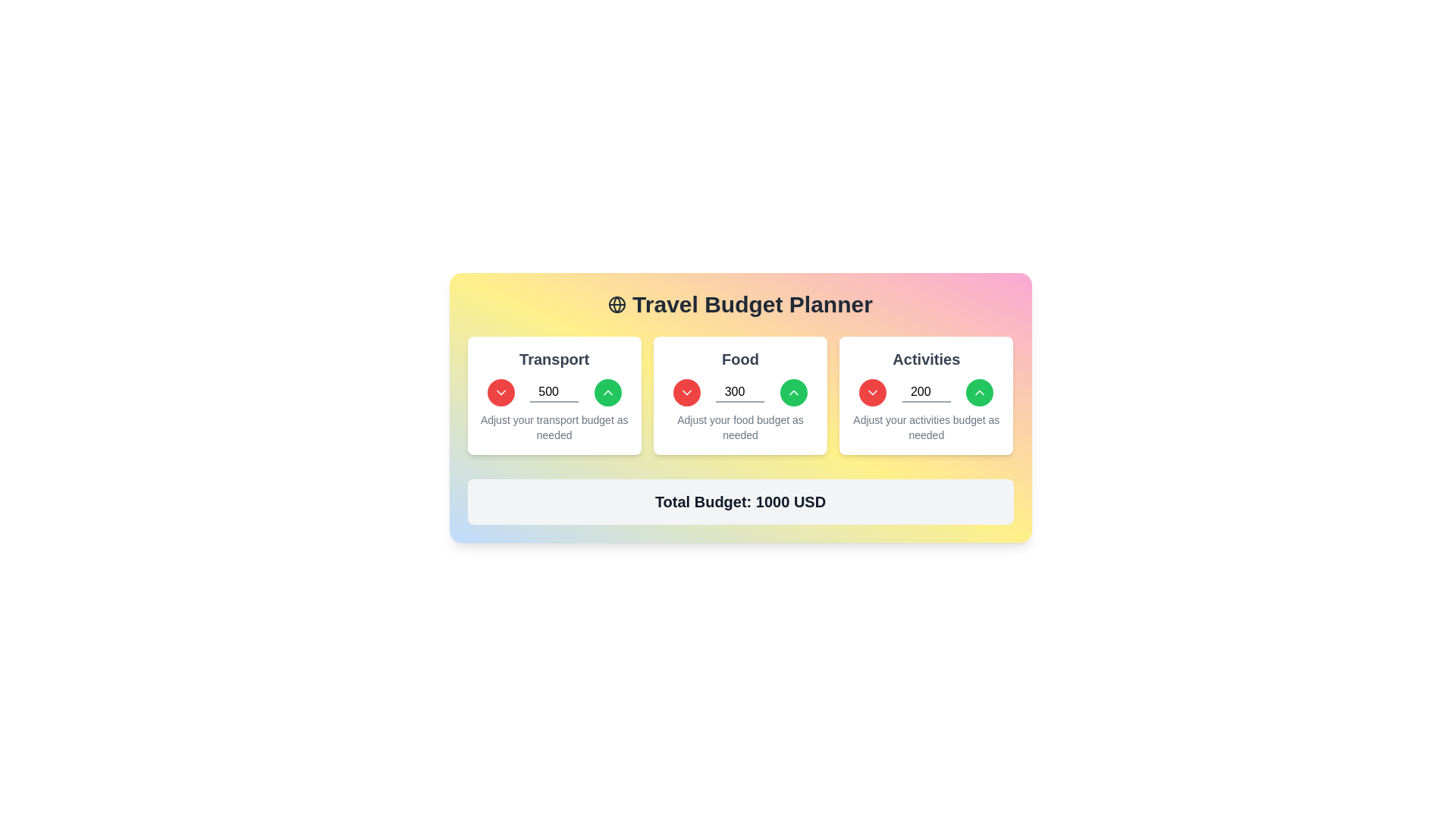  What do you see at coordinates (873, 391) in the screenshot?
I see `the circular red button with white text and a downward chevron icon, located in the 'Activities' card under the 'Travel Budget Planner' section, to decrement the budget` at bounding box center [873, 391].